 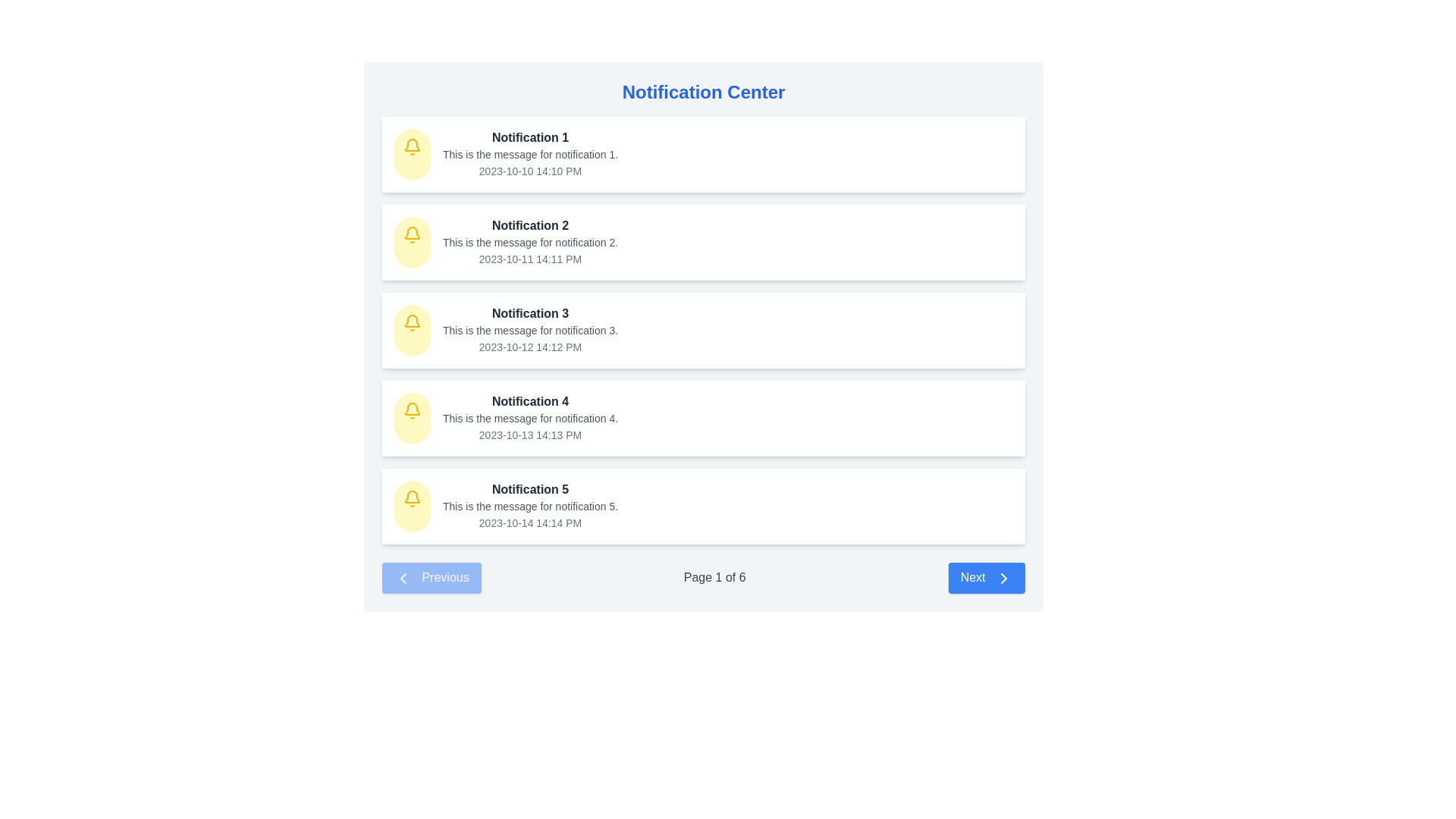 I want to click on the bold dark gray text label displaying 'Notification 5' at the top of the notification card, which is the fifth entry in the Notification Center panel, so click(x=530, y=489).